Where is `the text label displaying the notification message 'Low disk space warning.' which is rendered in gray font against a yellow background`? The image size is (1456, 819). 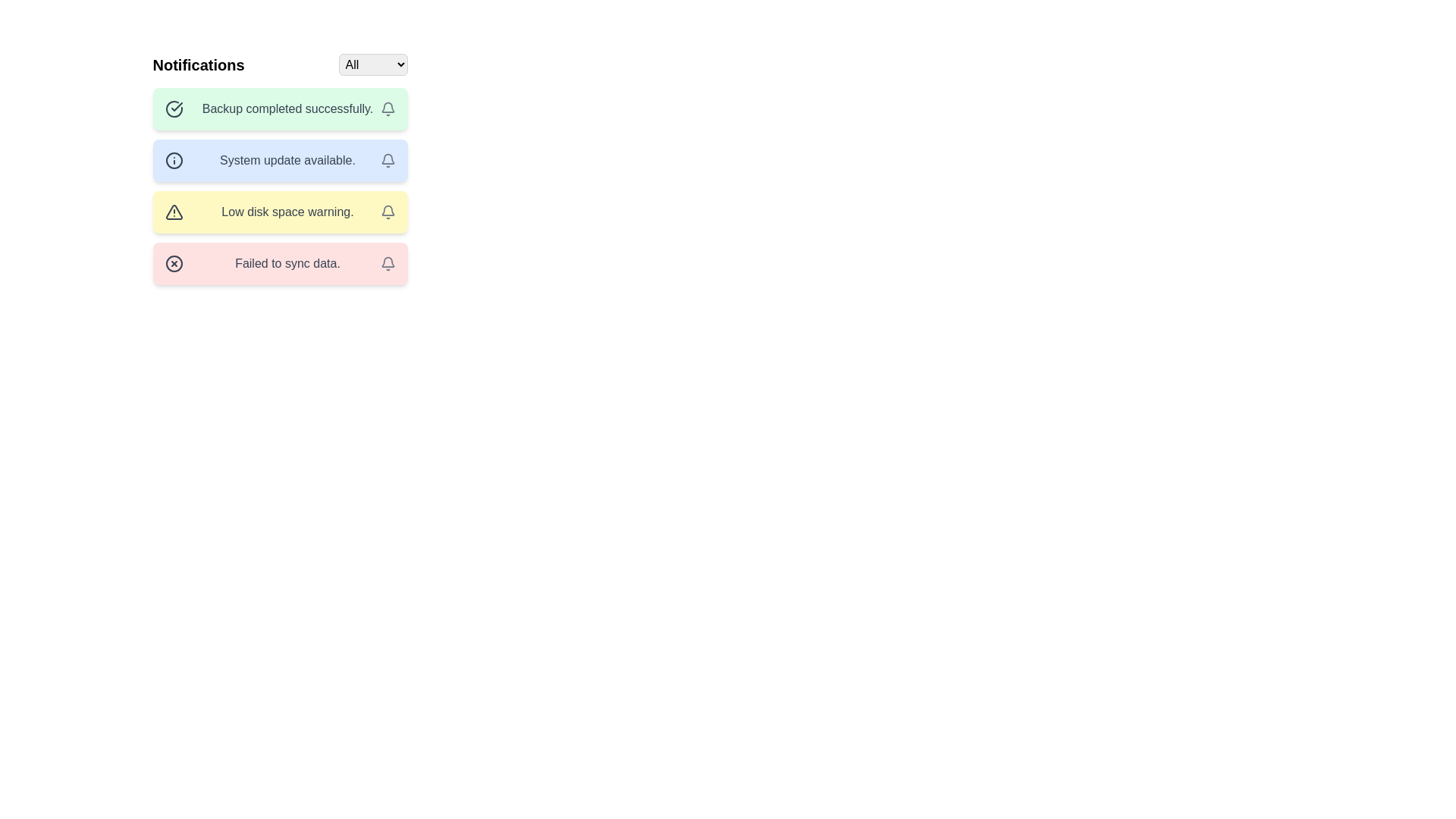 the text label displaying the notification message 'Low disk space warning.' which is rendered in gray font against a yellow background is located at coordinates (287, 212).